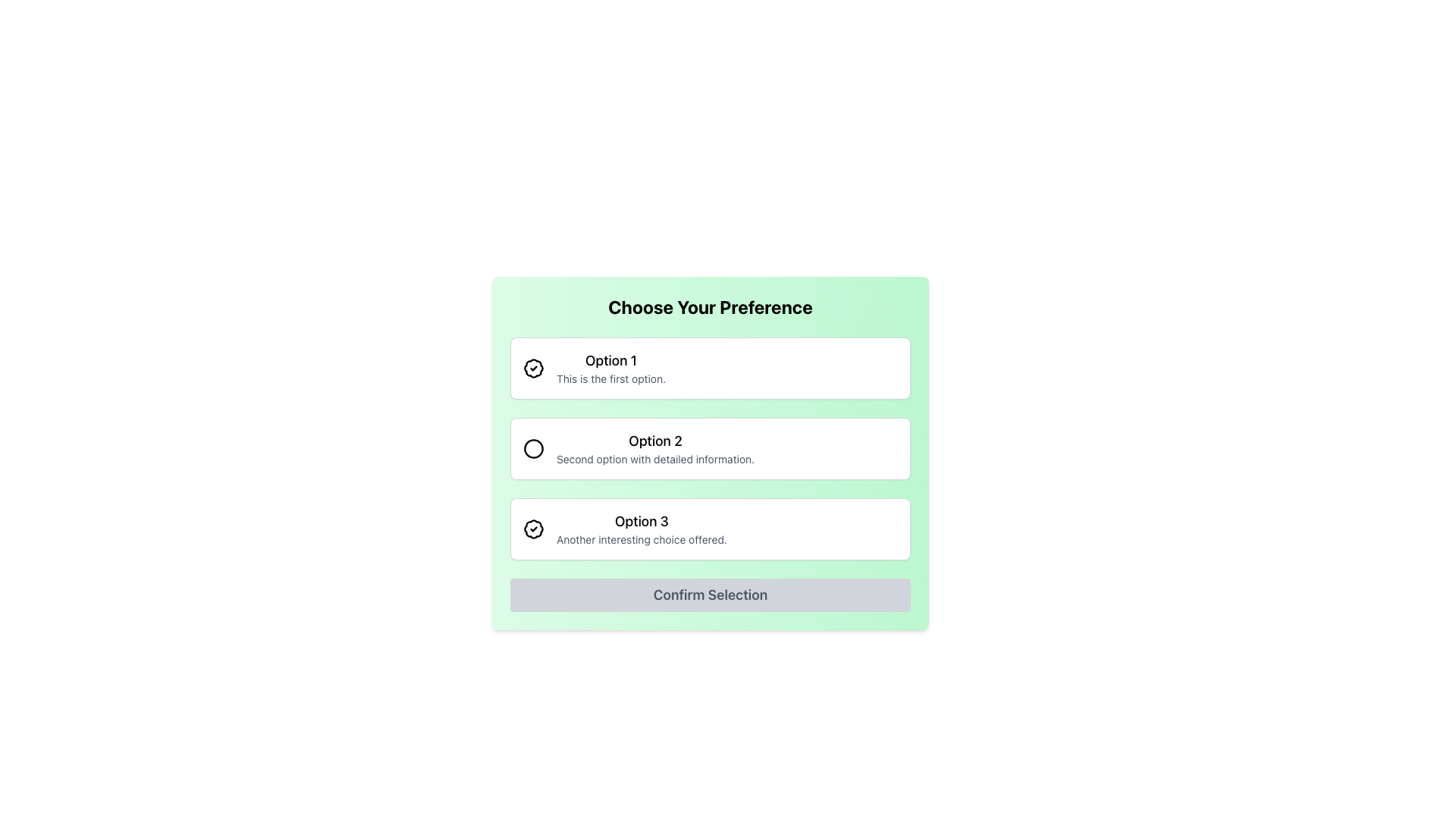 This screenshot has height=819, width=1456. Describe the element at coordinates (534, 447) in the screenshot. I see `the circular outline icon representing 'Option 2' located to the left of the text in the second selection box` at that location.